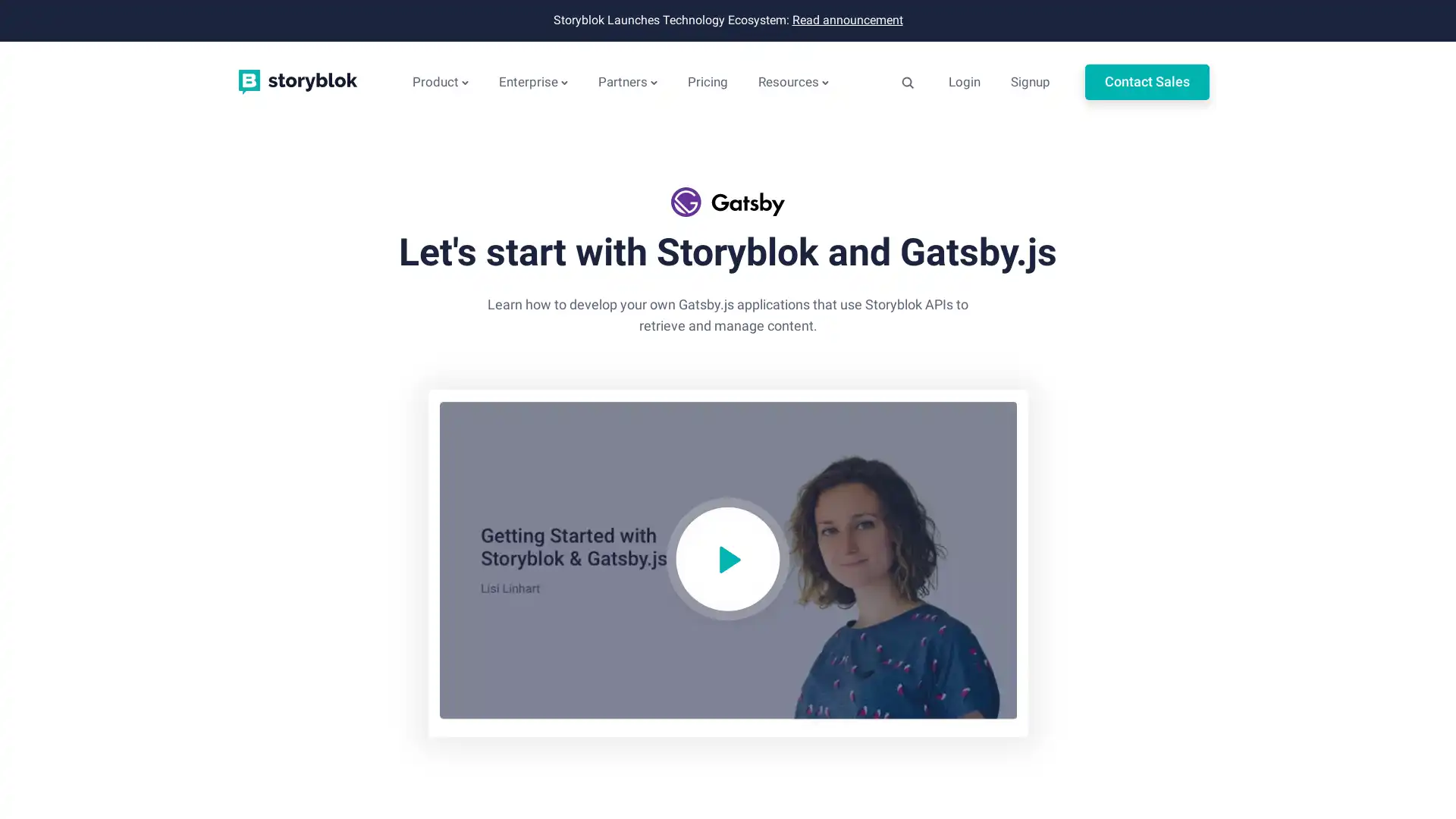 The width and height of the screenshot is (1456, 819). What do you see at coordinates (439, 82) in the screenshot?
I see `Product` at bounding box center [439, 82].